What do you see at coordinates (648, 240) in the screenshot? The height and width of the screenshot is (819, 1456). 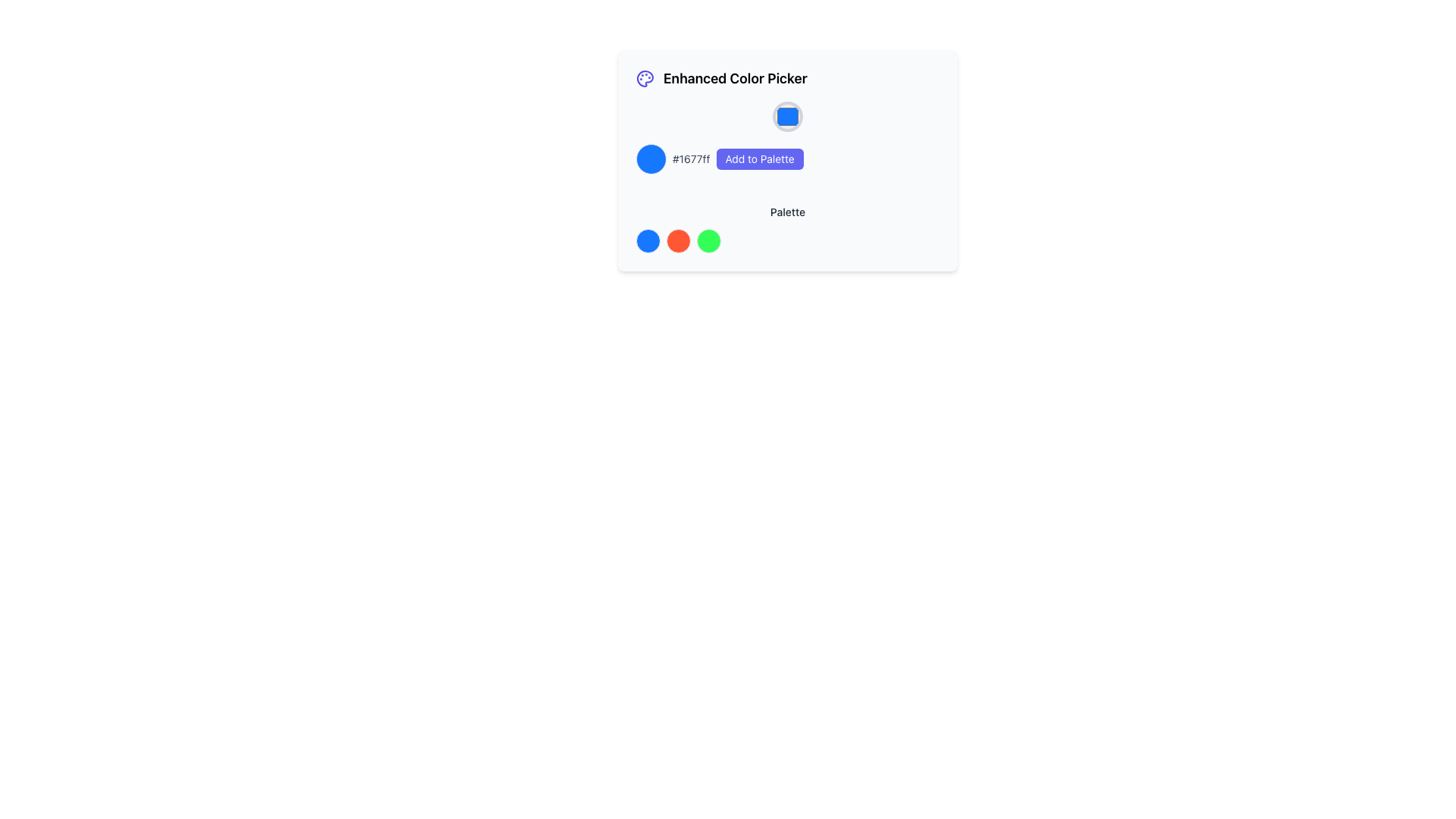 I see `the blue selectable color circle in the Enhanced Color Picker` at bounding box center [648, 240].